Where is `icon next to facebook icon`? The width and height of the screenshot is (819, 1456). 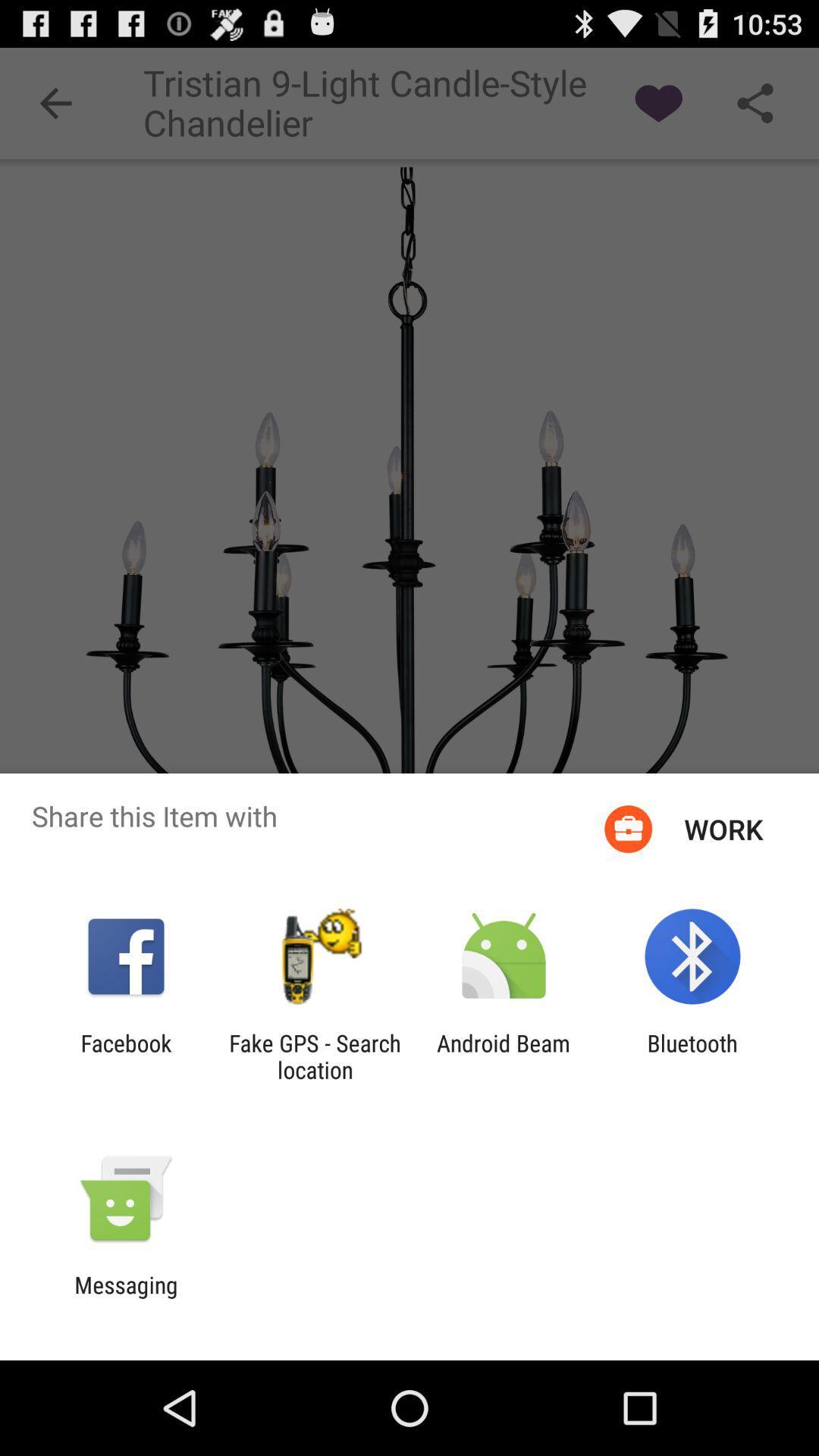 icon next to facebook icon is located at coordinates (314, 1056).